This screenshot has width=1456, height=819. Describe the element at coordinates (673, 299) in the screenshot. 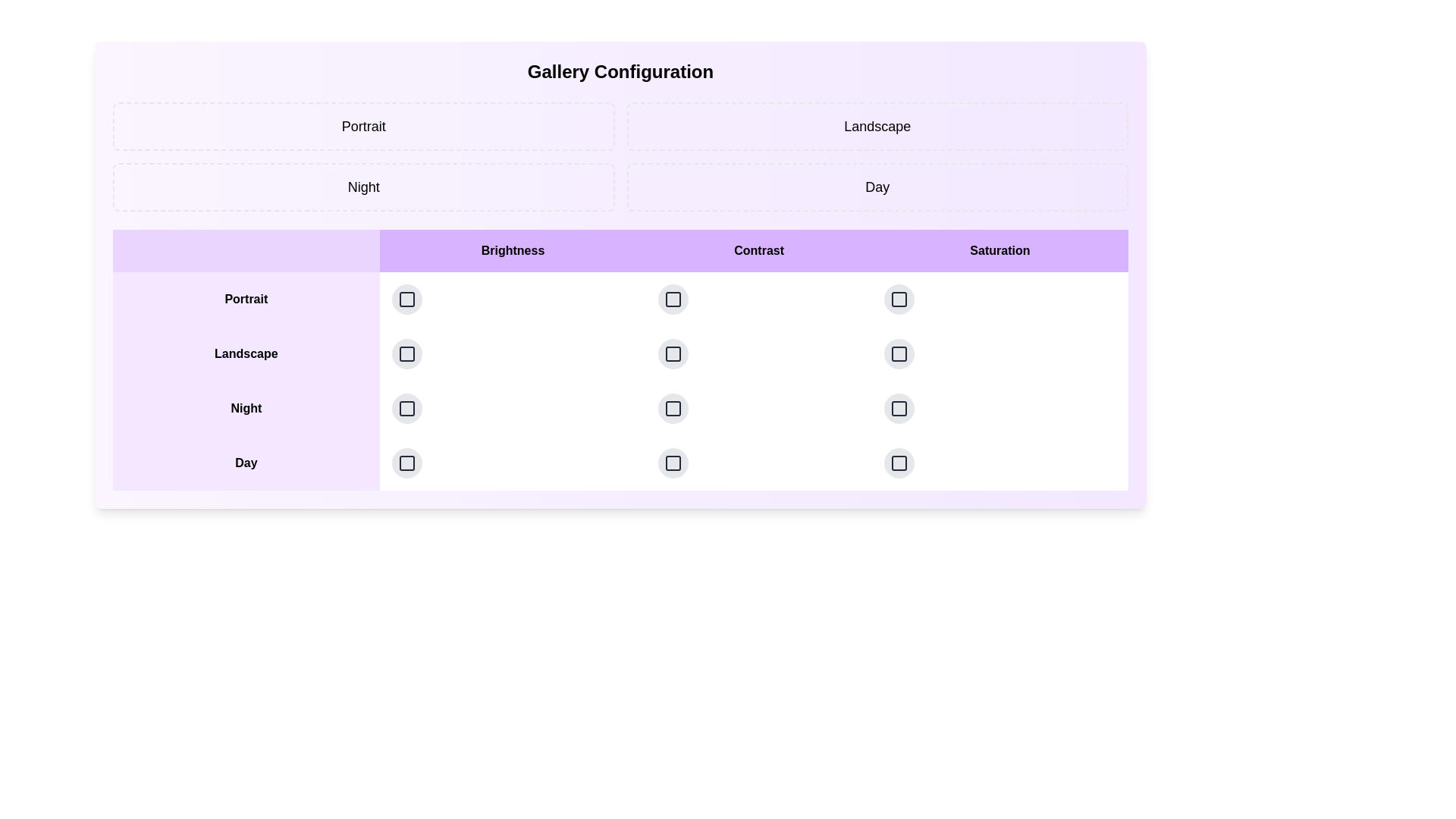

I see `the interactive checkbox button for the 'Contrast' setting located in the second column of the 'Gallery Configuration' table, to interact via keyboard` at that location.